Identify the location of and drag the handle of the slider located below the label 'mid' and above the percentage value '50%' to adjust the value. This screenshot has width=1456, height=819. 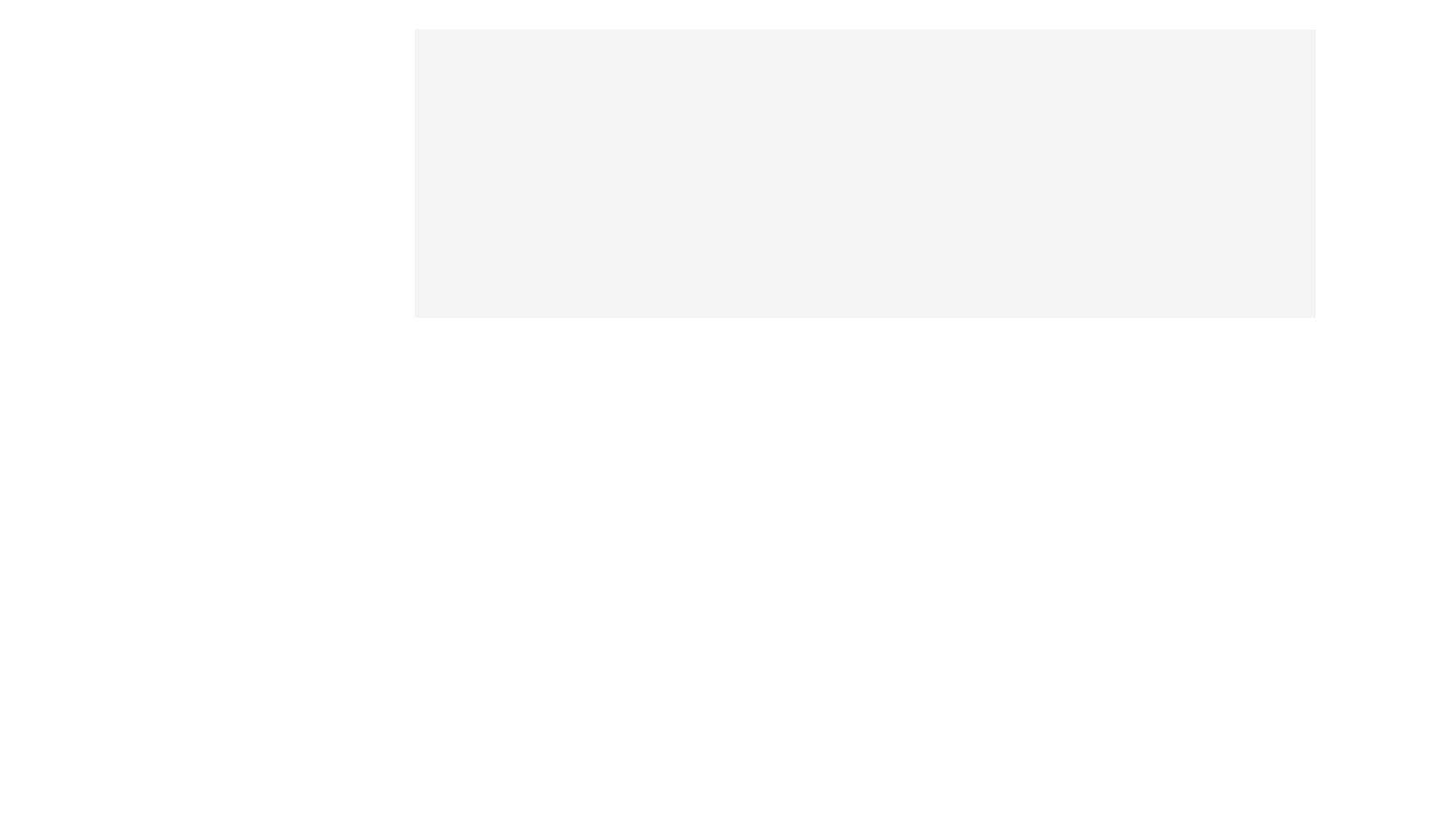
(865, 444).